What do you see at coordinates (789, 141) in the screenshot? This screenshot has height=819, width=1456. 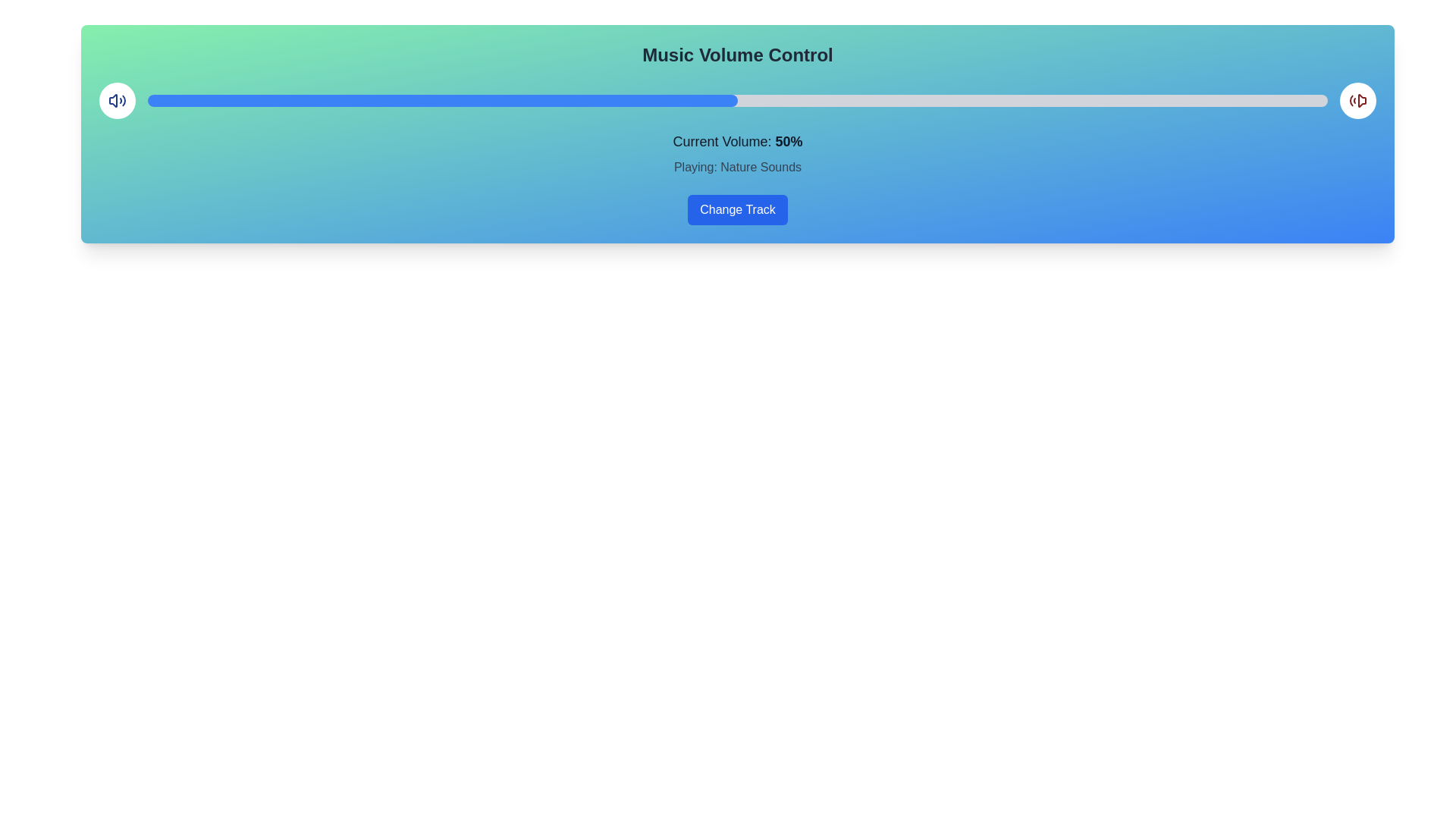 I see `the volume level label that displays the current volume percentage, located to the right of 'Current Volume:' and slightly below the progress bar` at bounding box center [789, 141].